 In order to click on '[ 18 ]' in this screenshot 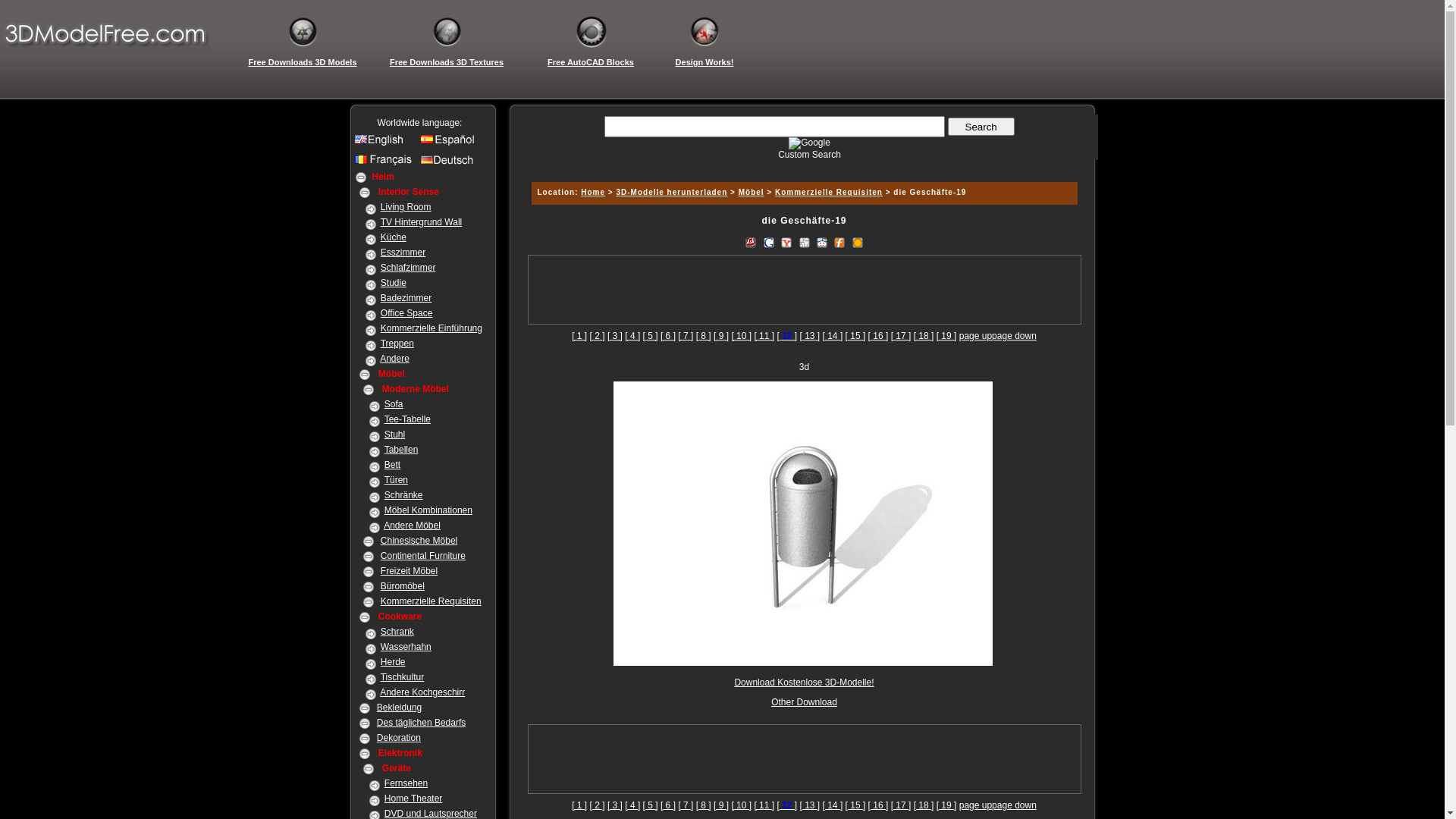, I will do `click(912, 335)`.